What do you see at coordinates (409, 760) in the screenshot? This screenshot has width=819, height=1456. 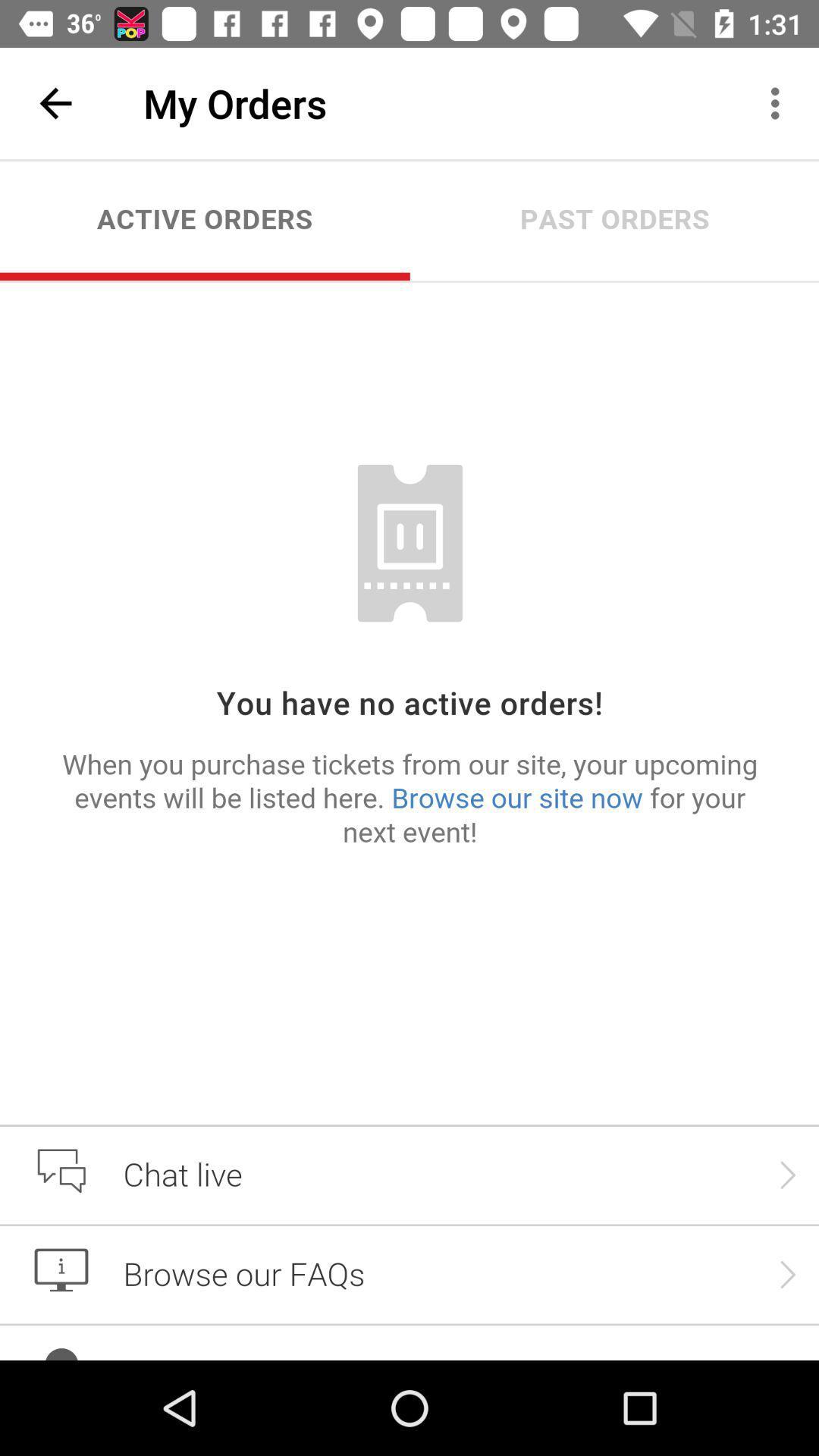 I see `my orders page` at bounding box center [409, 760].